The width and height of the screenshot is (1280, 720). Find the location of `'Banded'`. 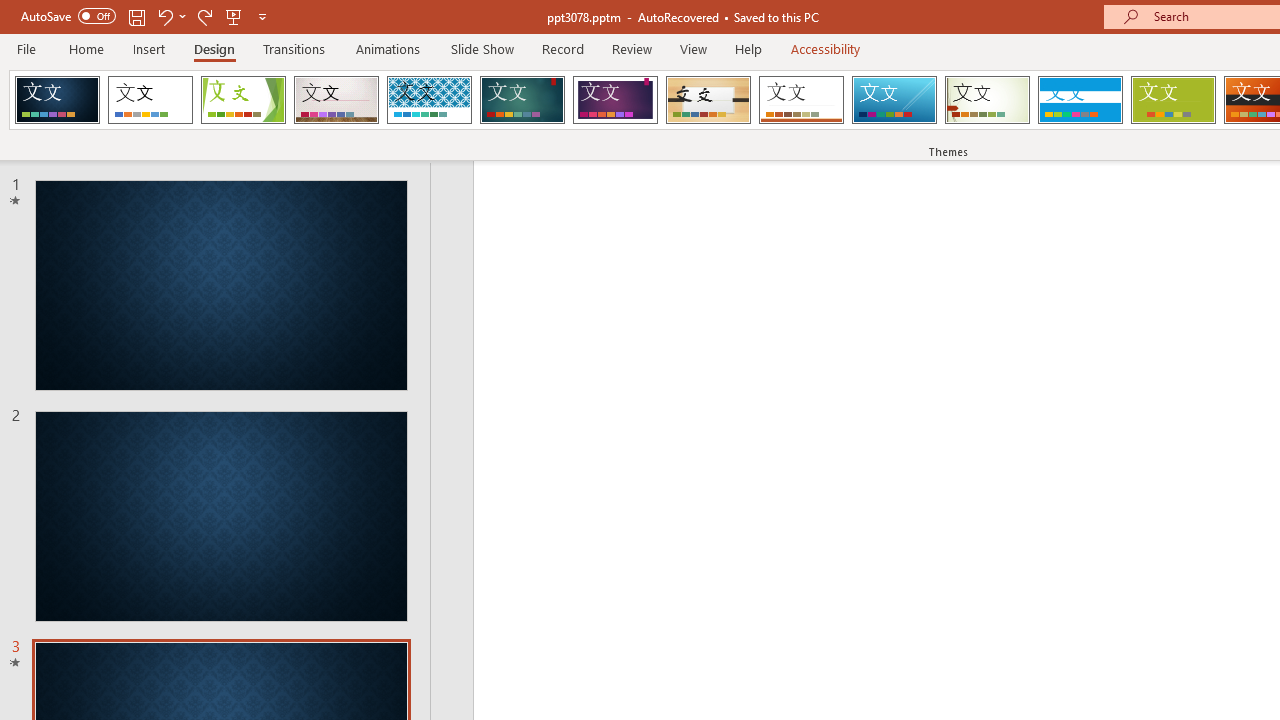

'Banded' is located at coordinates (1079, 100).